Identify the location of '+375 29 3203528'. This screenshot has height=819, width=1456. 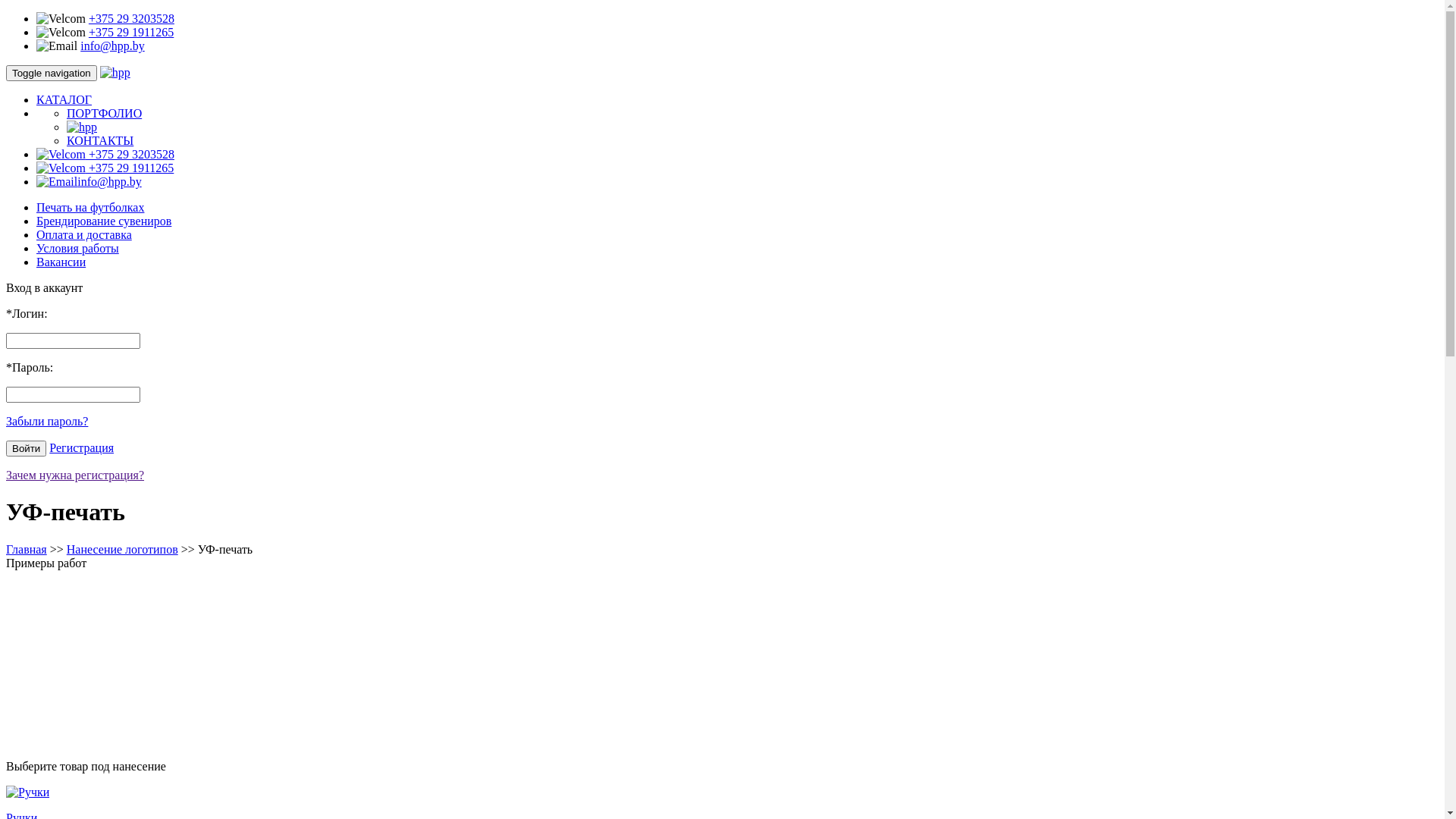
(131, 18).